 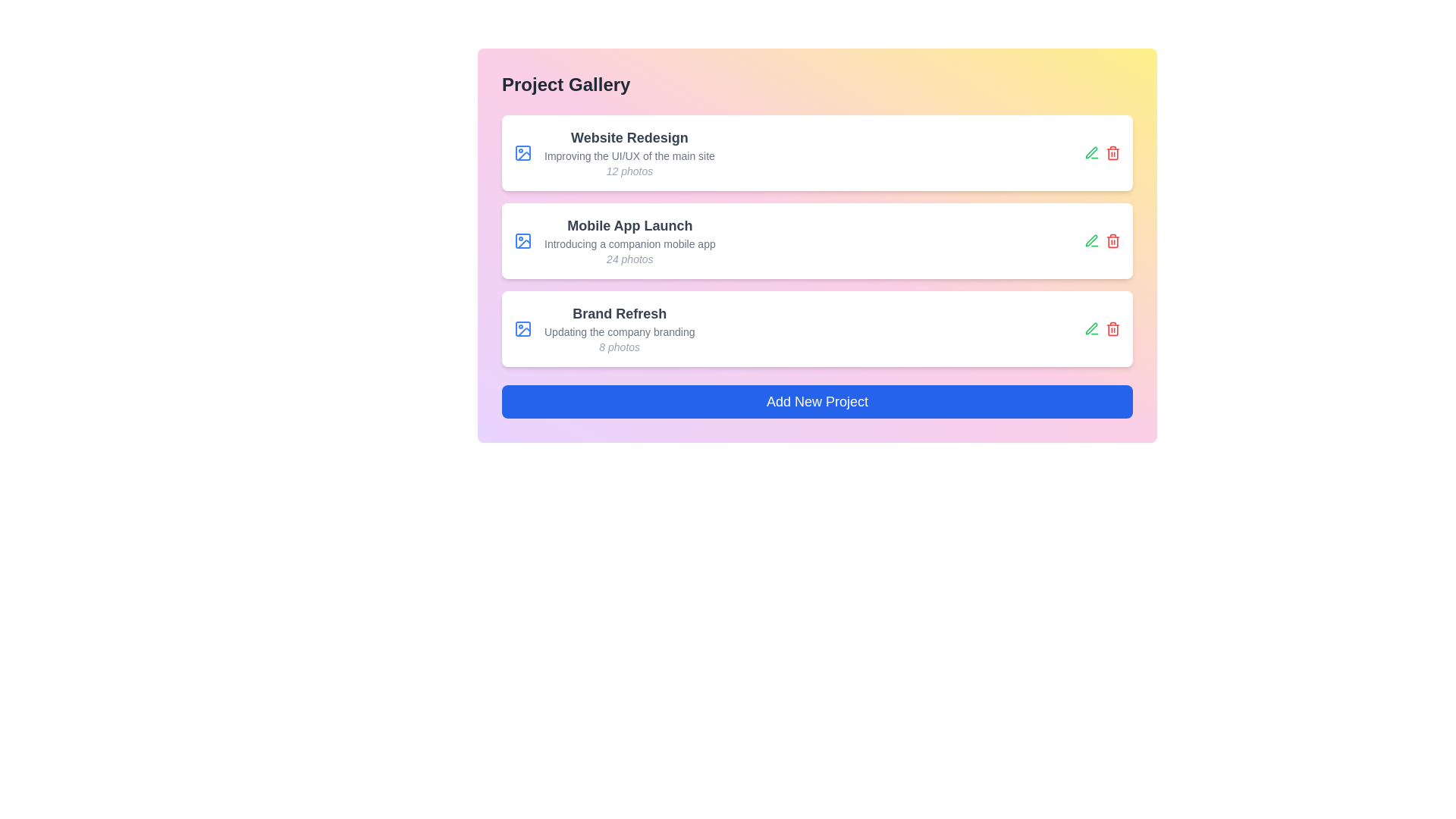 What do you see at coordinates (629, 137) in the screenshot?
I see `the project with title Website Redesign` at bounding box center [629, 137].